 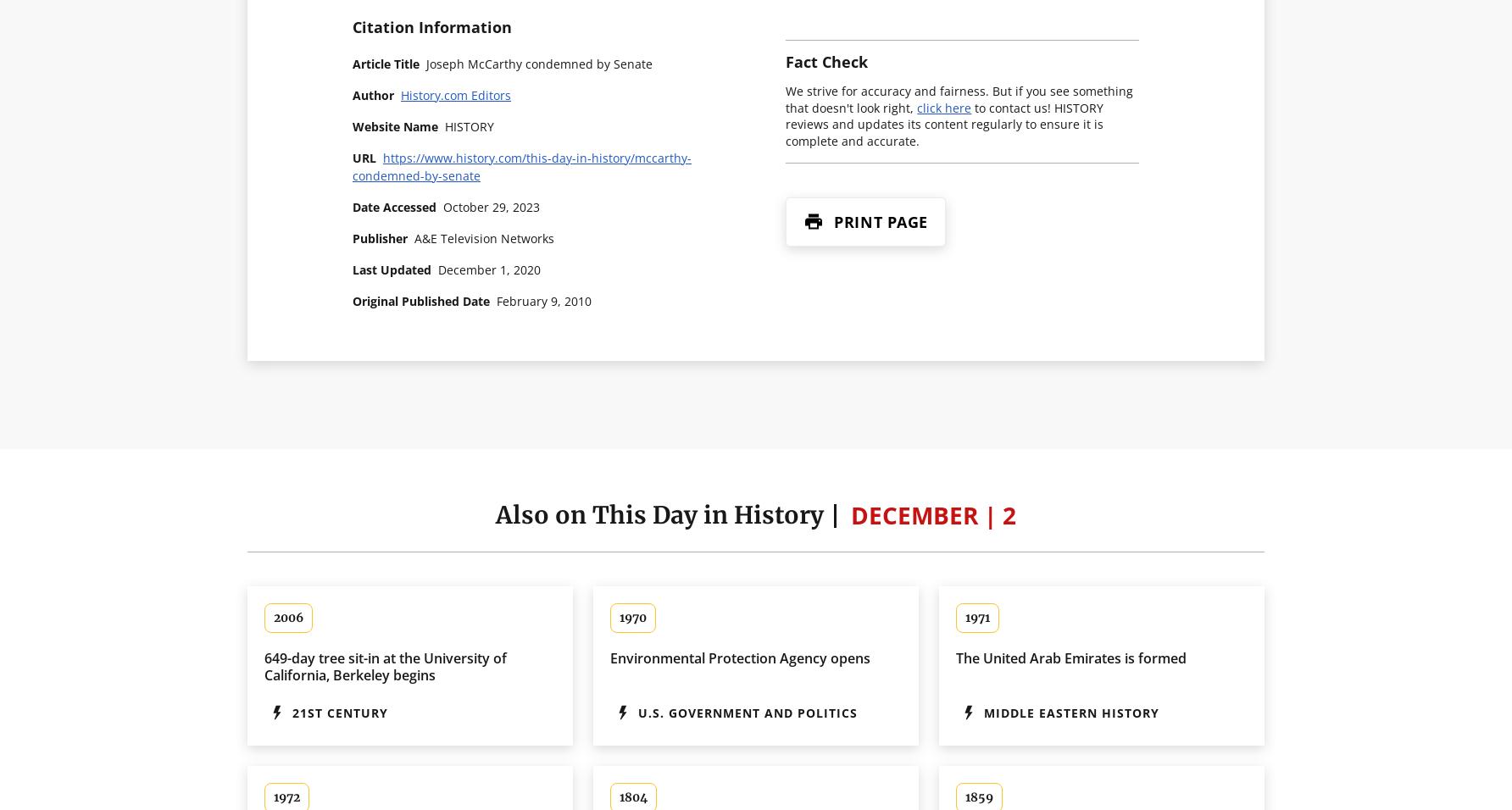 I want to click on '21st Century', so click(x=339, y=712).